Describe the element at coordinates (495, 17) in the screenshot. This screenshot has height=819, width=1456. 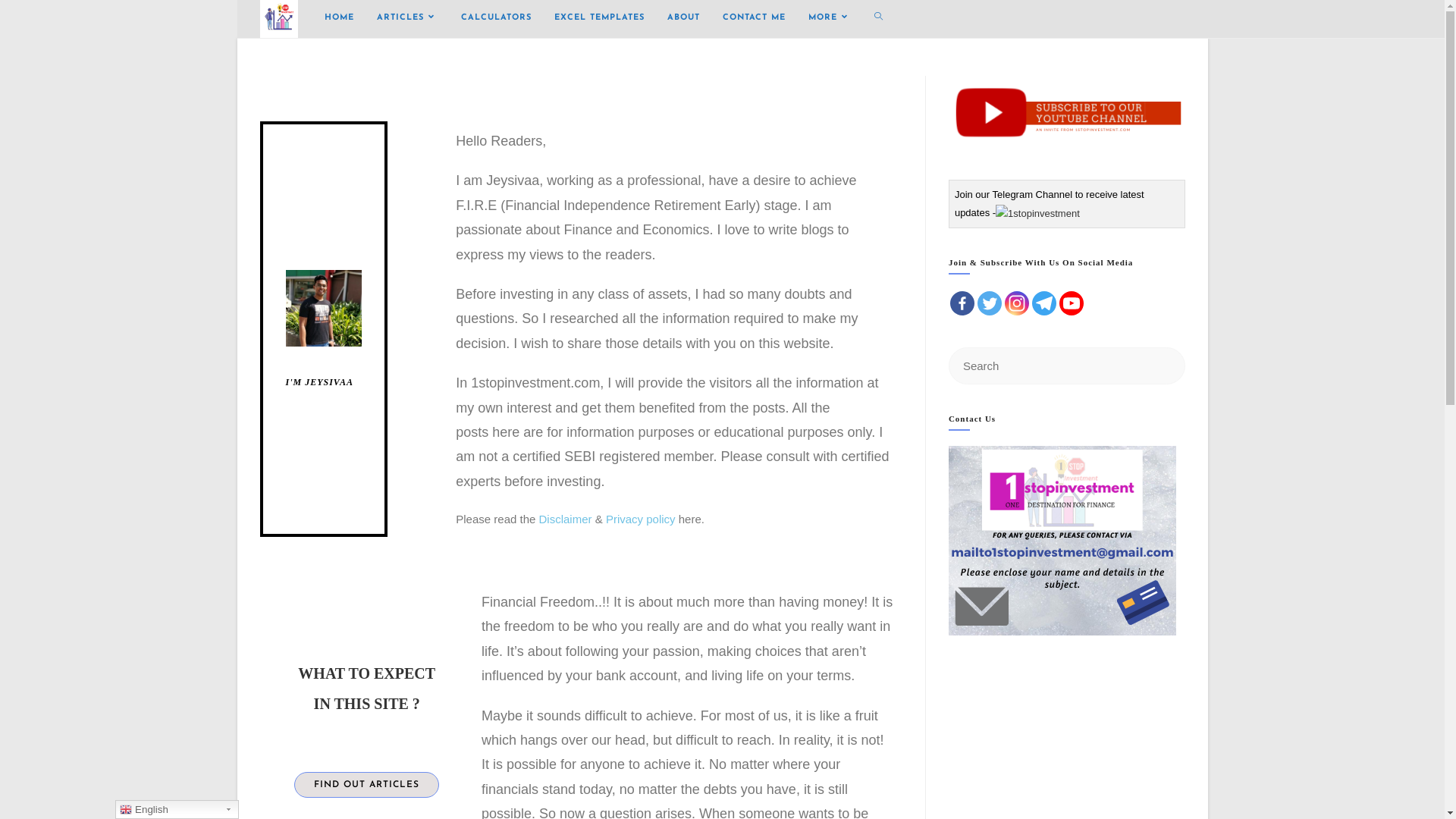
I see `'CALCULATORS'` at that location.